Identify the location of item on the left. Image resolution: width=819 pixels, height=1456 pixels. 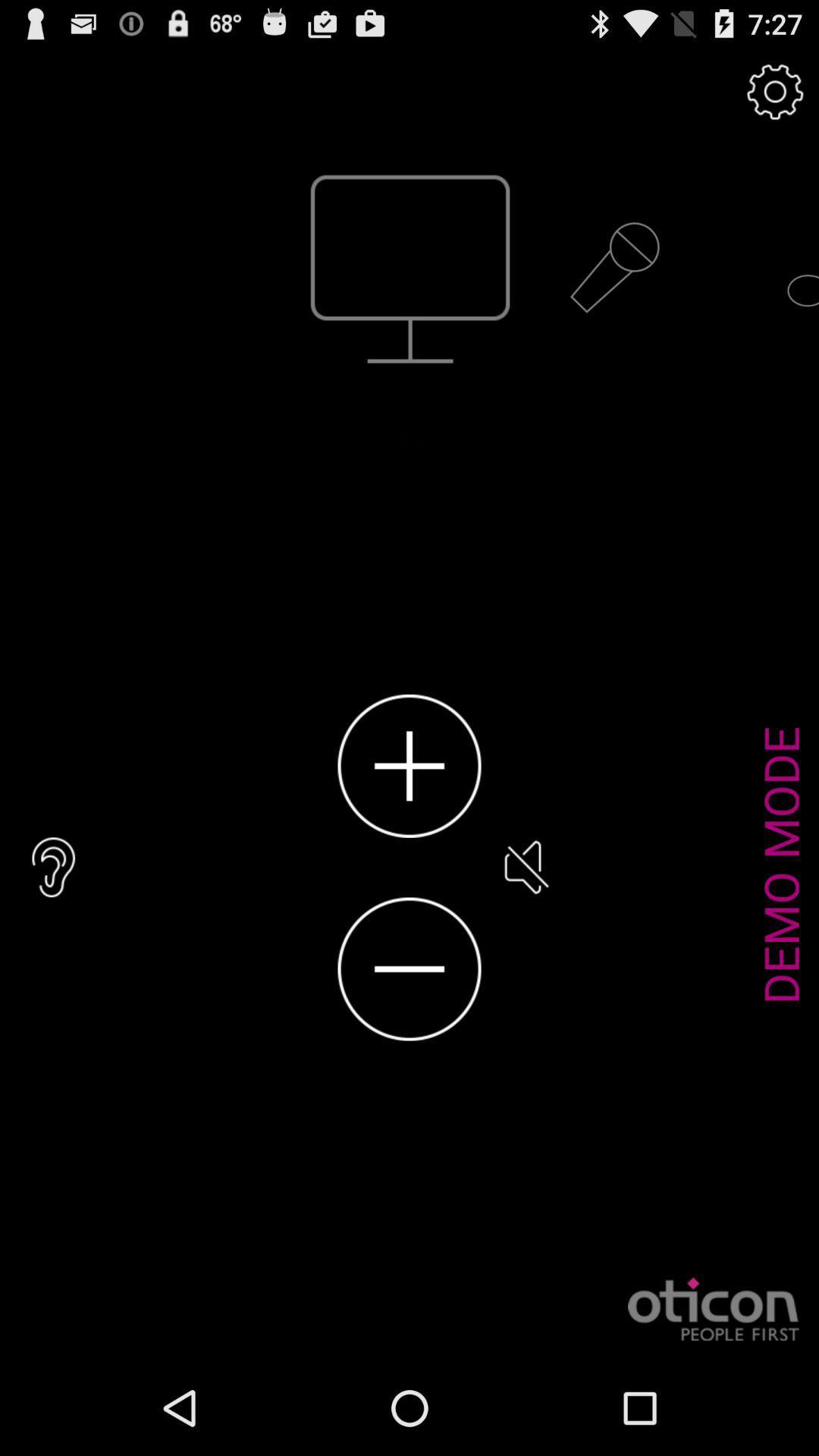
(53, 867).